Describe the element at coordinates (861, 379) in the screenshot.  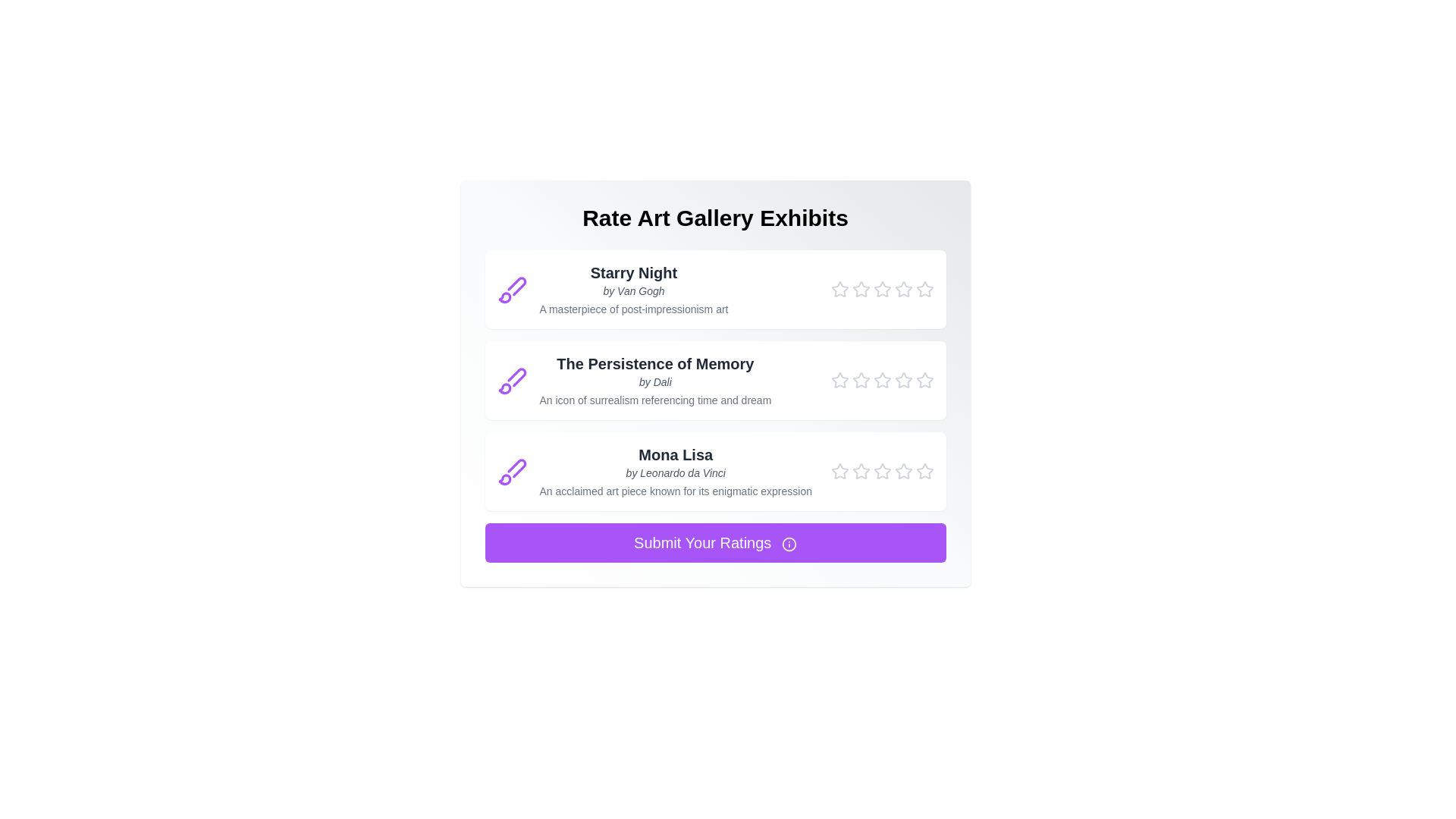
I see `the star corresponding to 2 for the painting titled The Persistence of Memory to set its rating` at that location.